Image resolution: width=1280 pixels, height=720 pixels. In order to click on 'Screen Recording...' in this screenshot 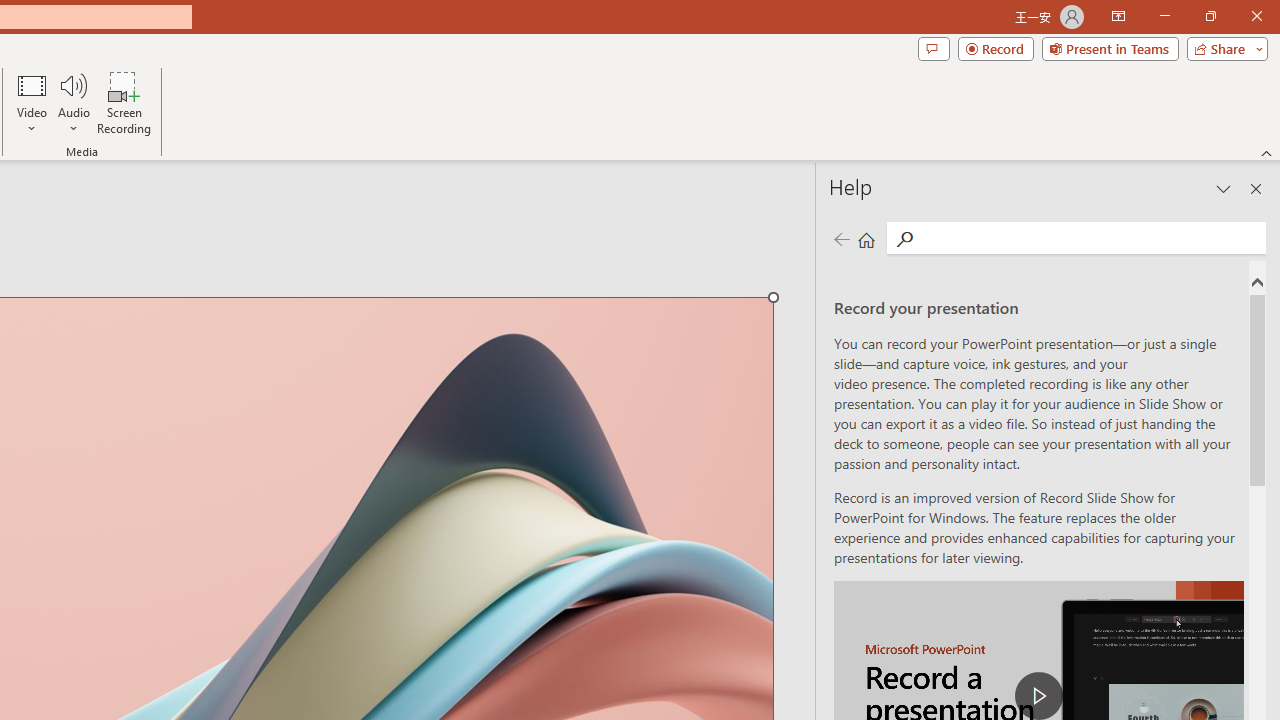, I will do `click(123, 103)`.